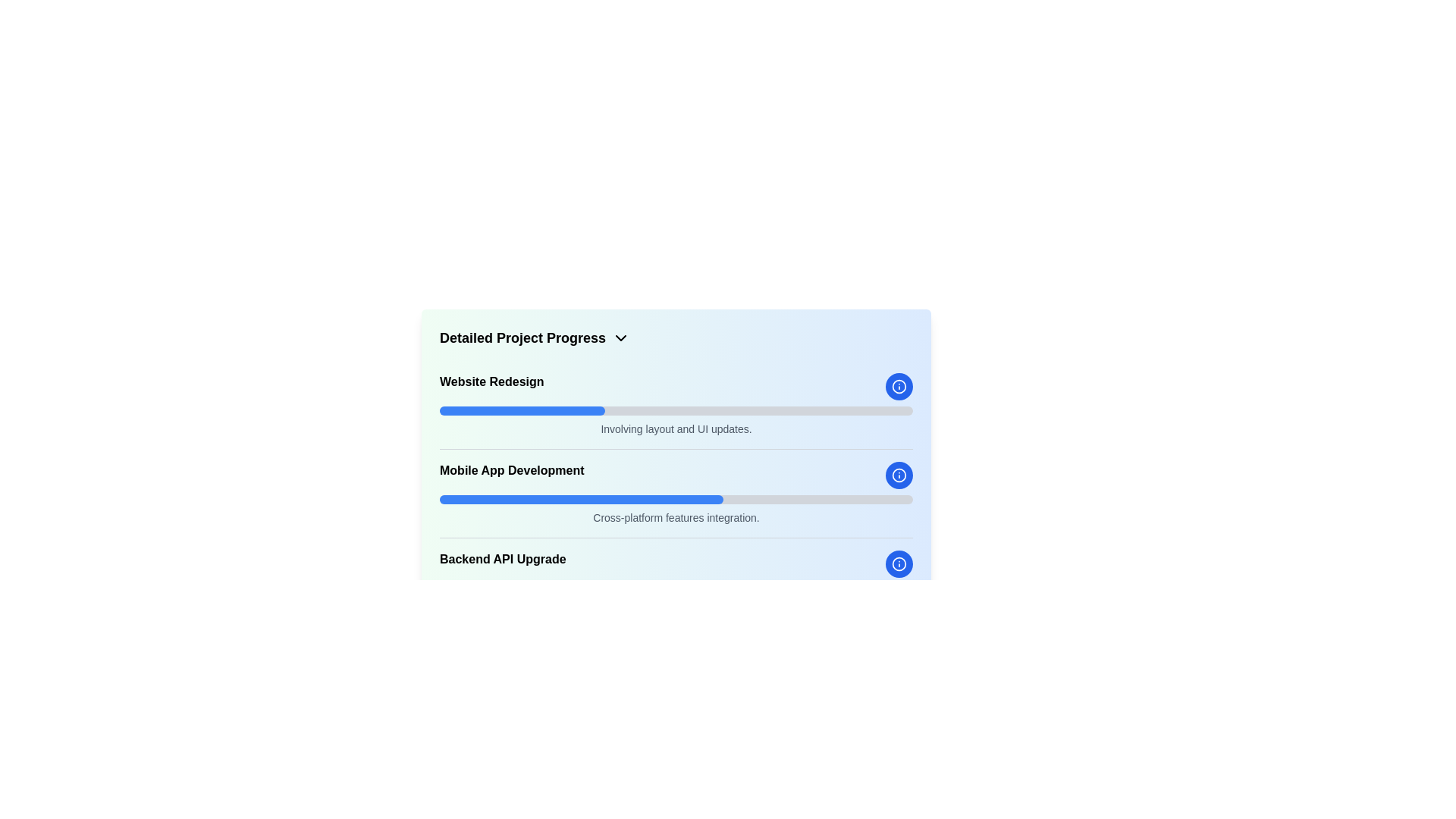 Image resolution: width=1456 pixels, height=819 pixels. What do you see at coordinates (503, 564) in the screenshot?
I see `the Text Label that serves as a header for a project within the progress tracker, located below 'Mobile App Development'` at bounding box center [503, 564].